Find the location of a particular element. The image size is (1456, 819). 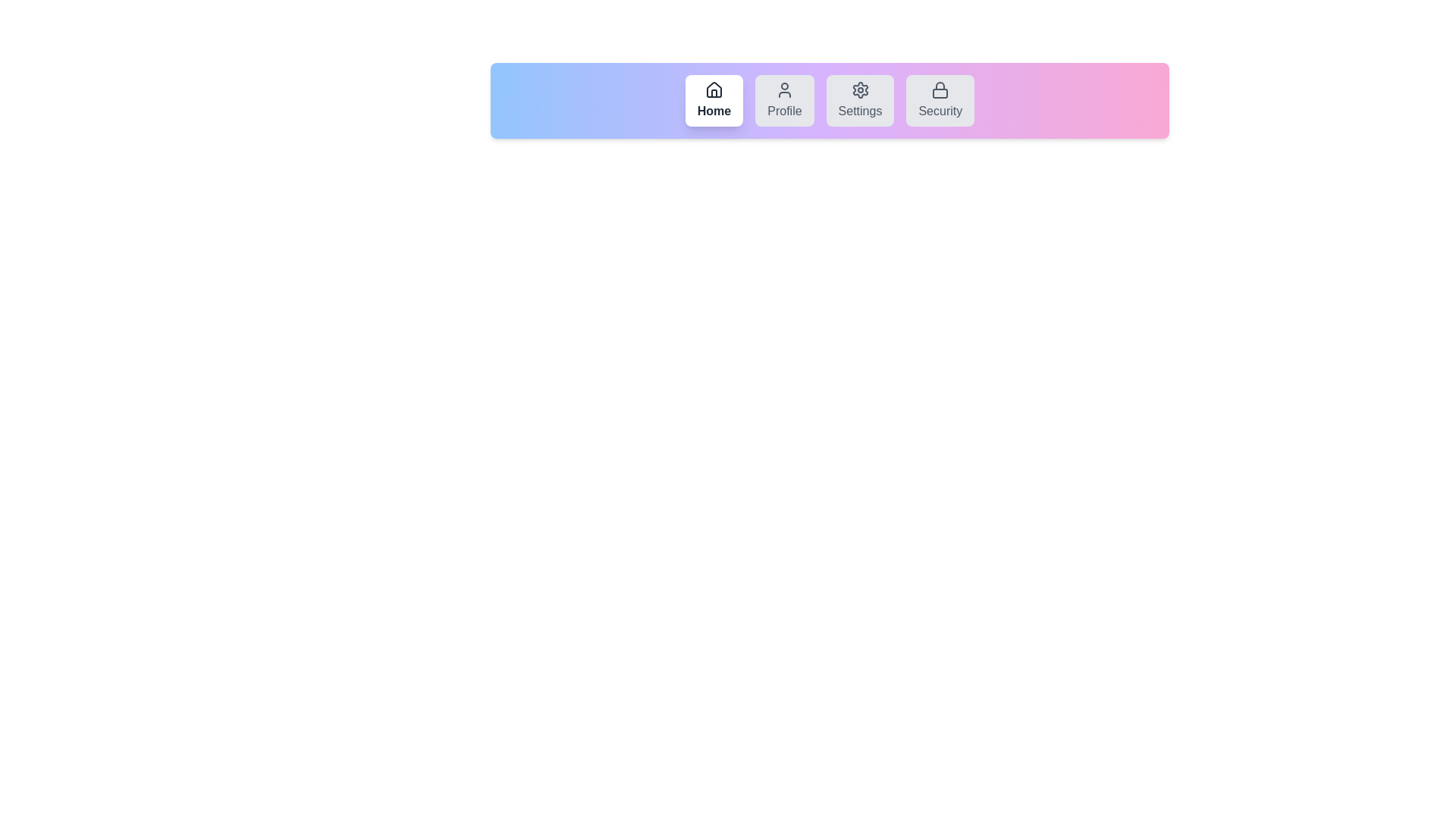

the tab labeled Profile by clicking on it is located at coordinates (783, 100).